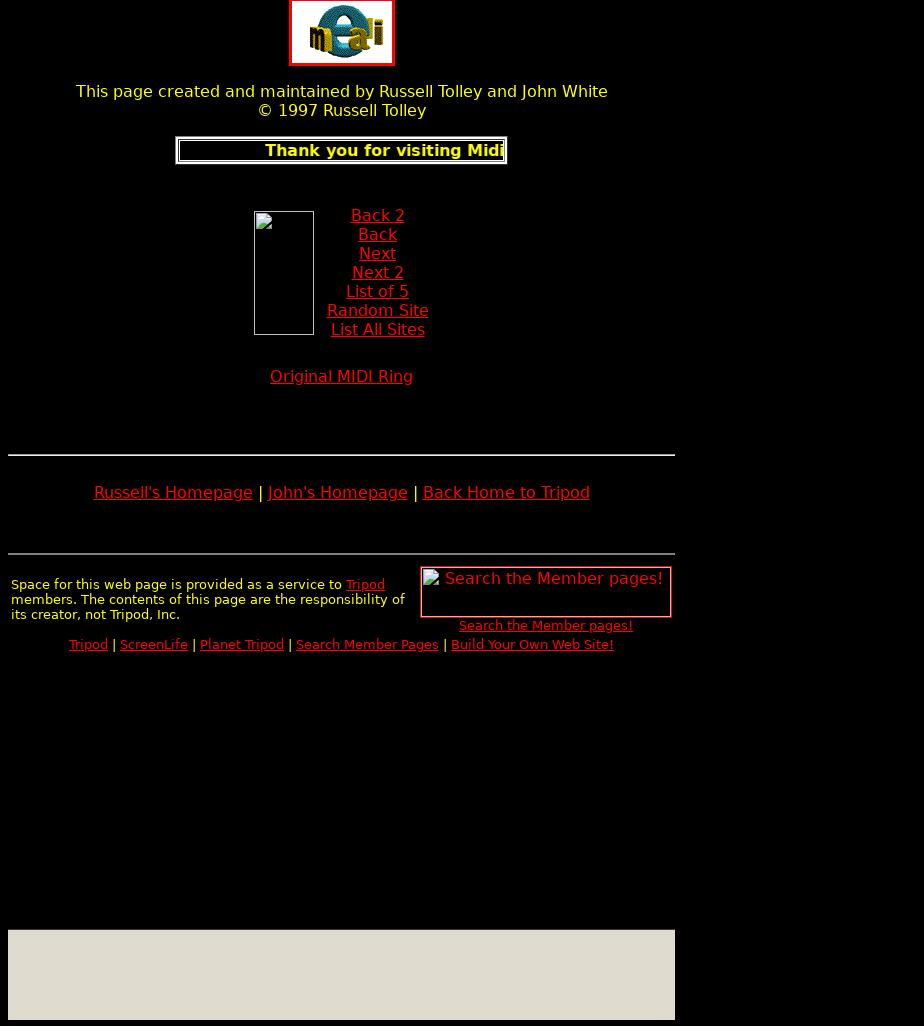 This screenshot has width=924, height=1026. I want to click on 'members.
The contents of this page are the responsibility of its
creator, not Tripod, Inc.', so click(207, 605).